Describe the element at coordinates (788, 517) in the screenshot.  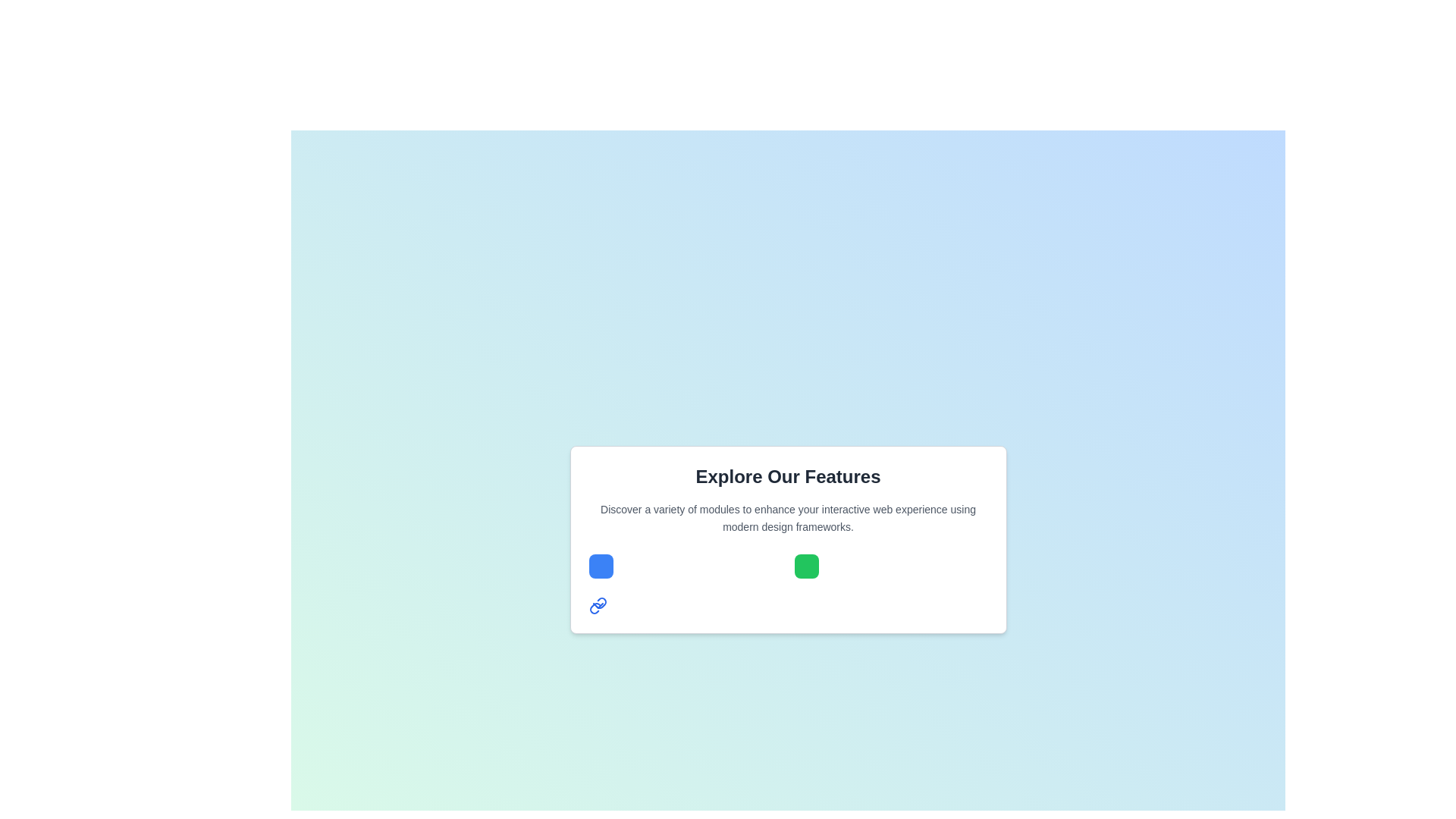
I see `the text block containing the message 'Discover a variety of modules to enhance your interactive web experience using modern design frameworks.' which is styled in a small, gray font within a white card under the title 'Explore Our Features'` at that location.